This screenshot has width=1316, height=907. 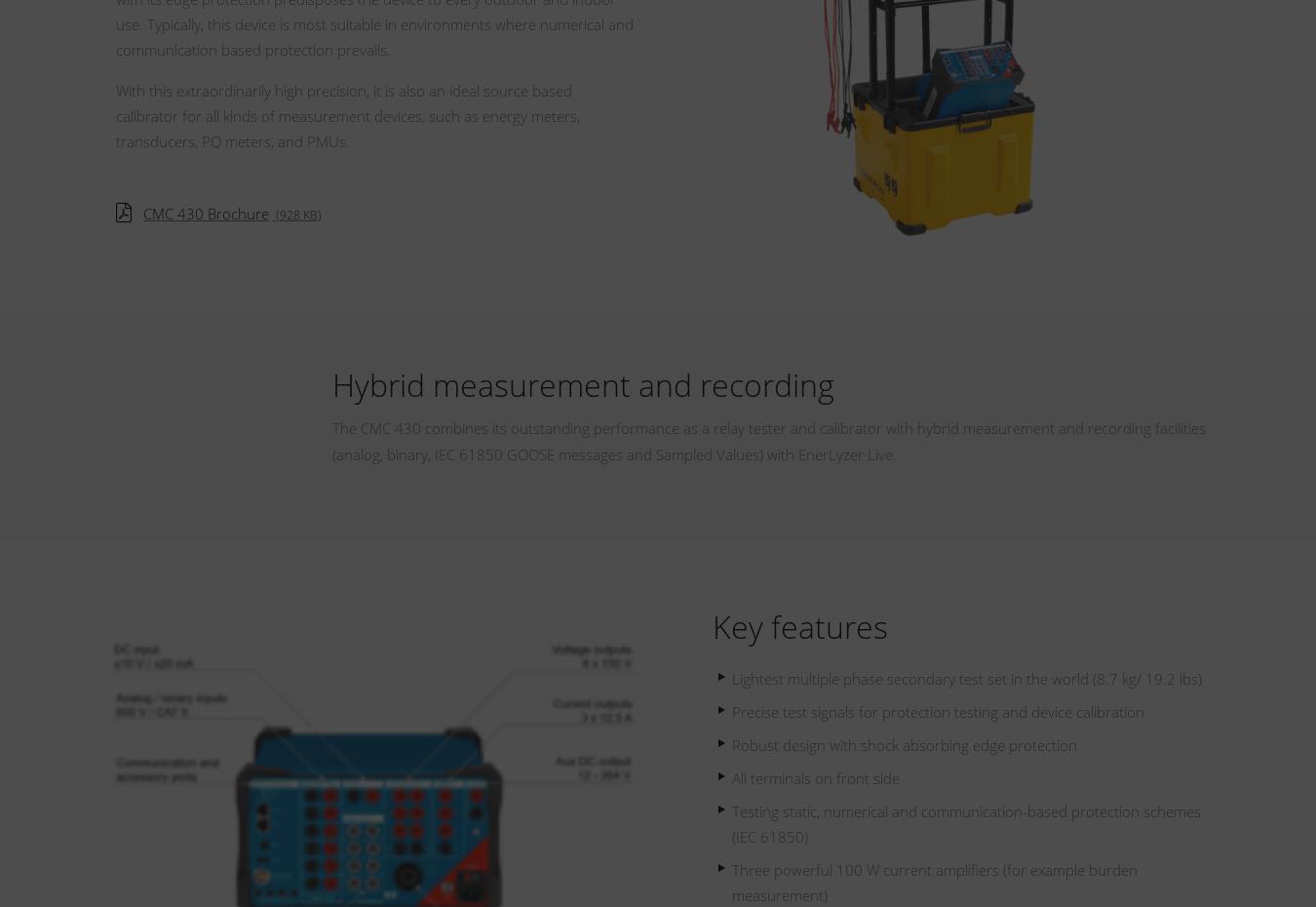 What do you see at coordinates (206, 211) in the screenshot?
I see `'CMC 430 Brochure'` at bounding box center [206, 211].